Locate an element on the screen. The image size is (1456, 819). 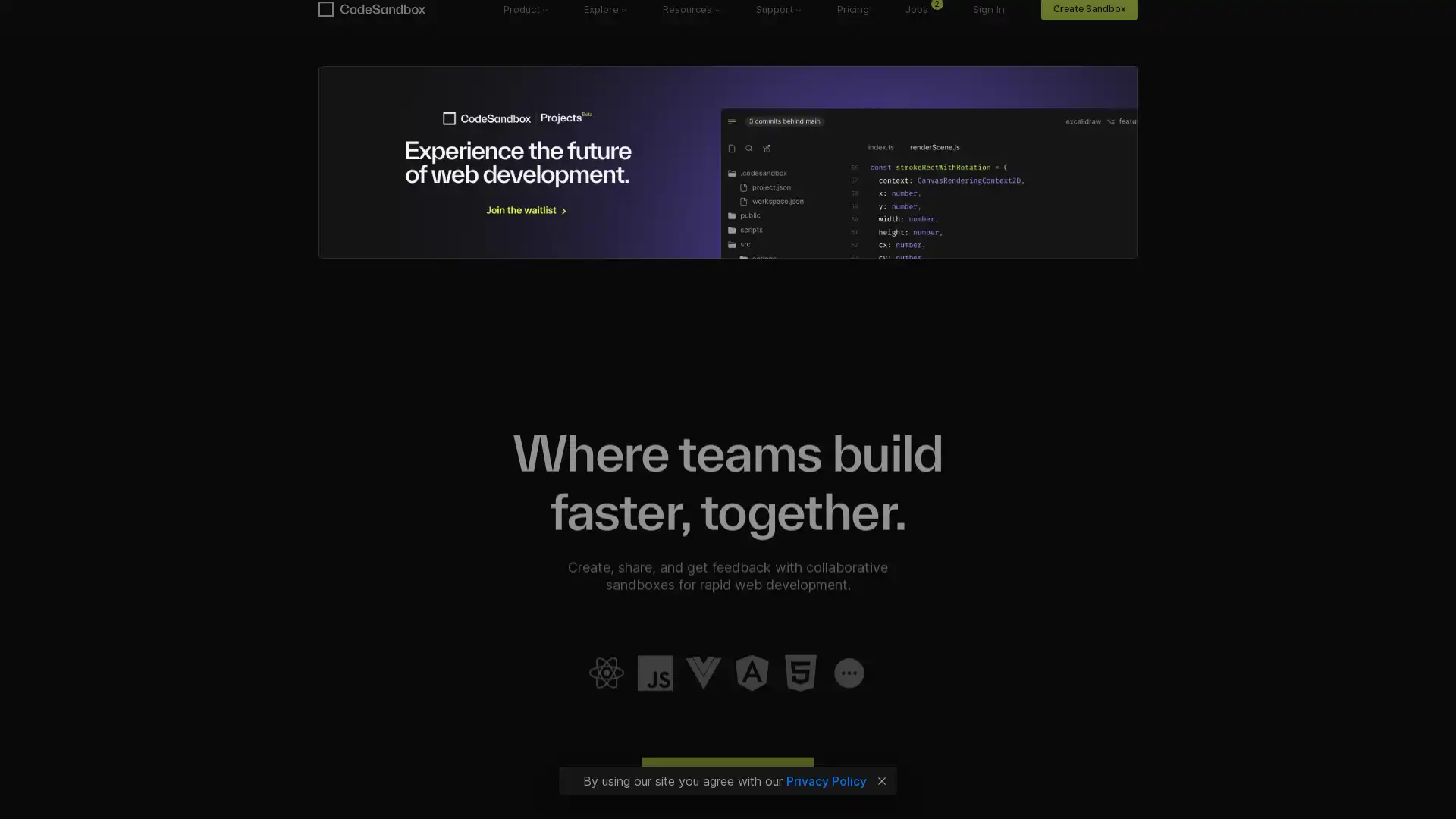
Close is located at coordinates (881, 780).